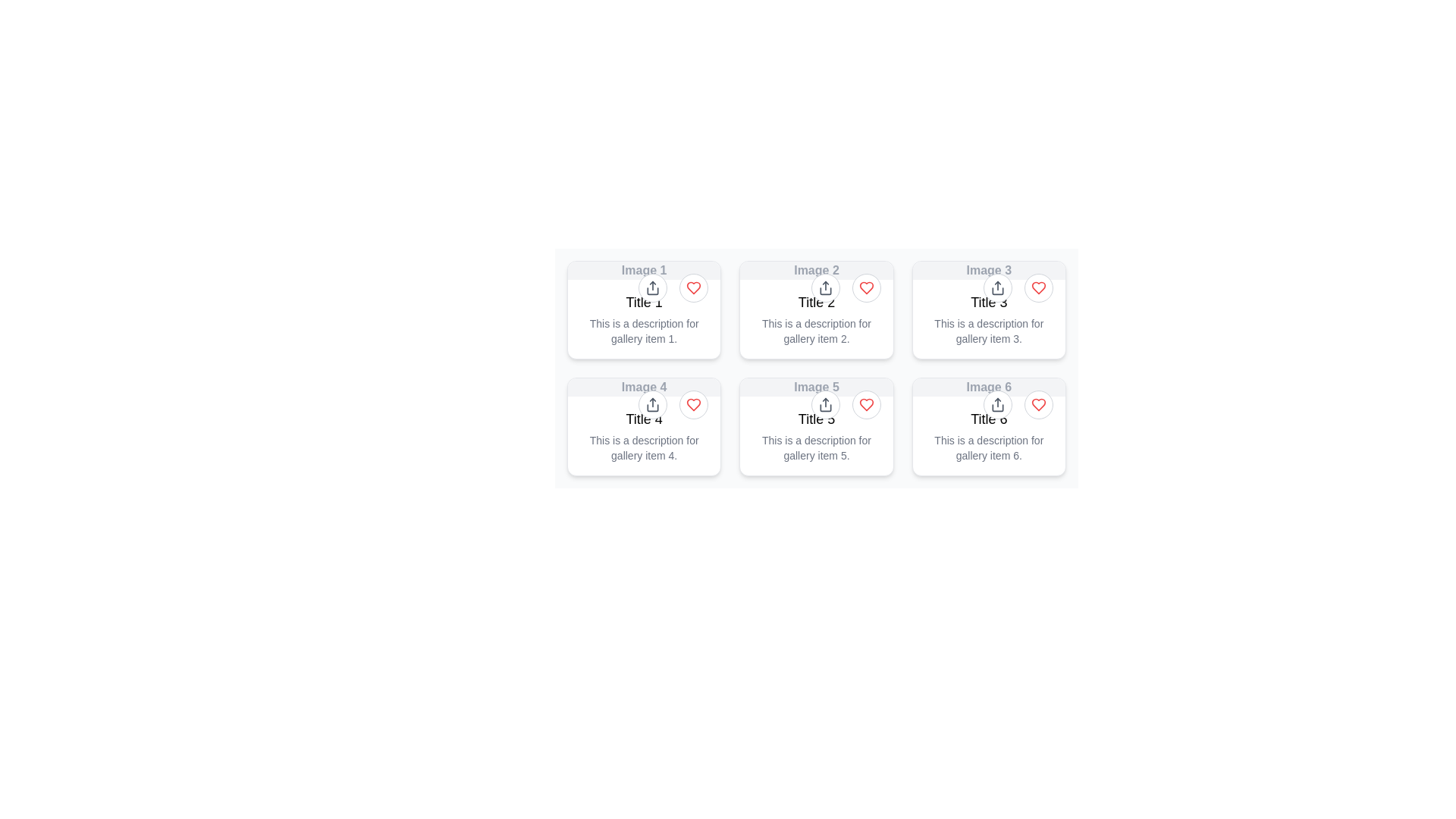 The image size is (1456, 819). Describe the element at coordinates (815, 447) in the screenshot. I see `textual description that says 'This is a description for gallery item 5.' located in the fifth card below 'Title 5'` at that location.